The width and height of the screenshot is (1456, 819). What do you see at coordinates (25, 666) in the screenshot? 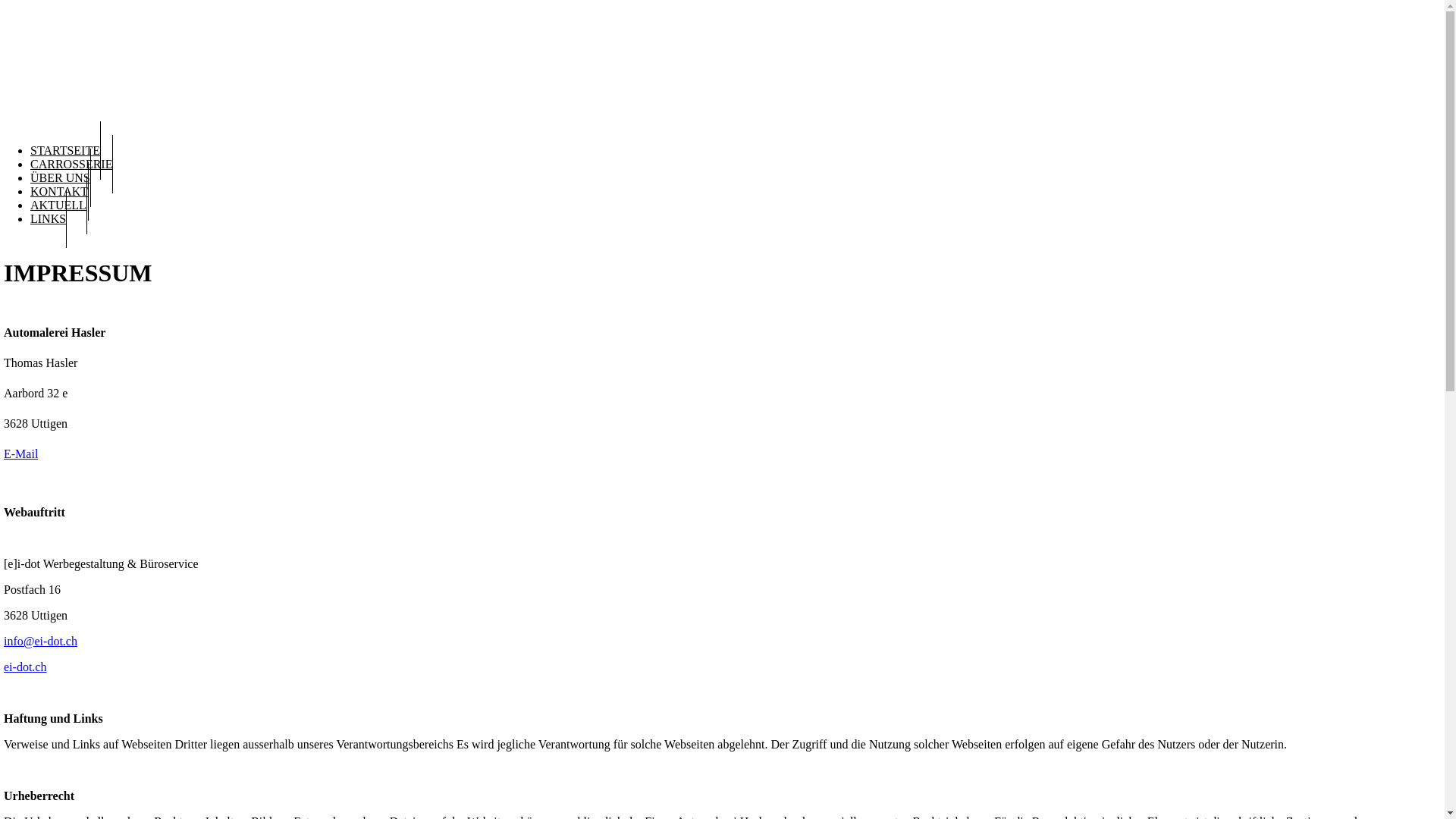
I see `'ei-dot.ch'` at bounding box center [25, 666].